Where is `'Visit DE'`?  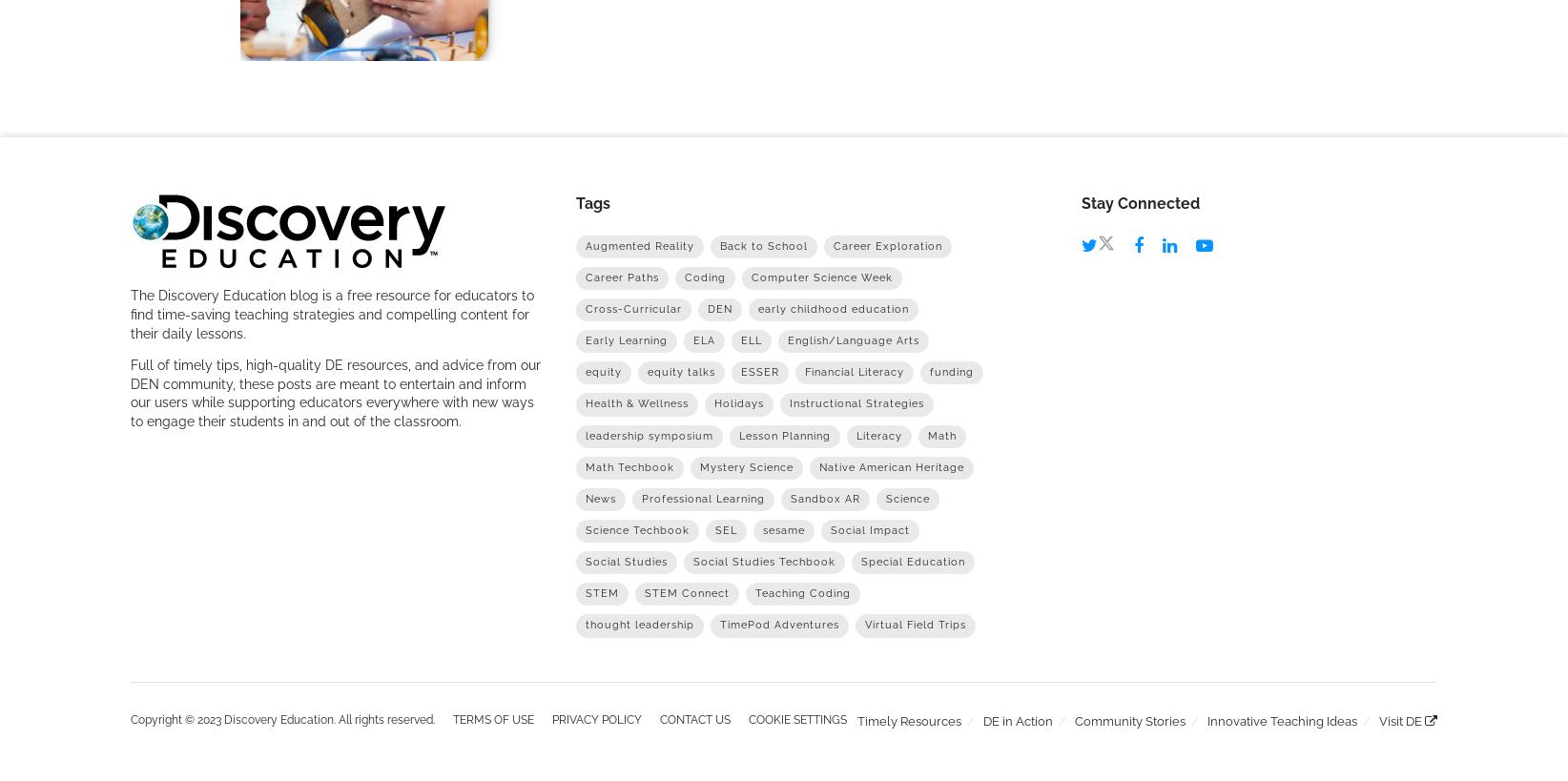
'Visit DE' is located at coordinates (1402, 719).